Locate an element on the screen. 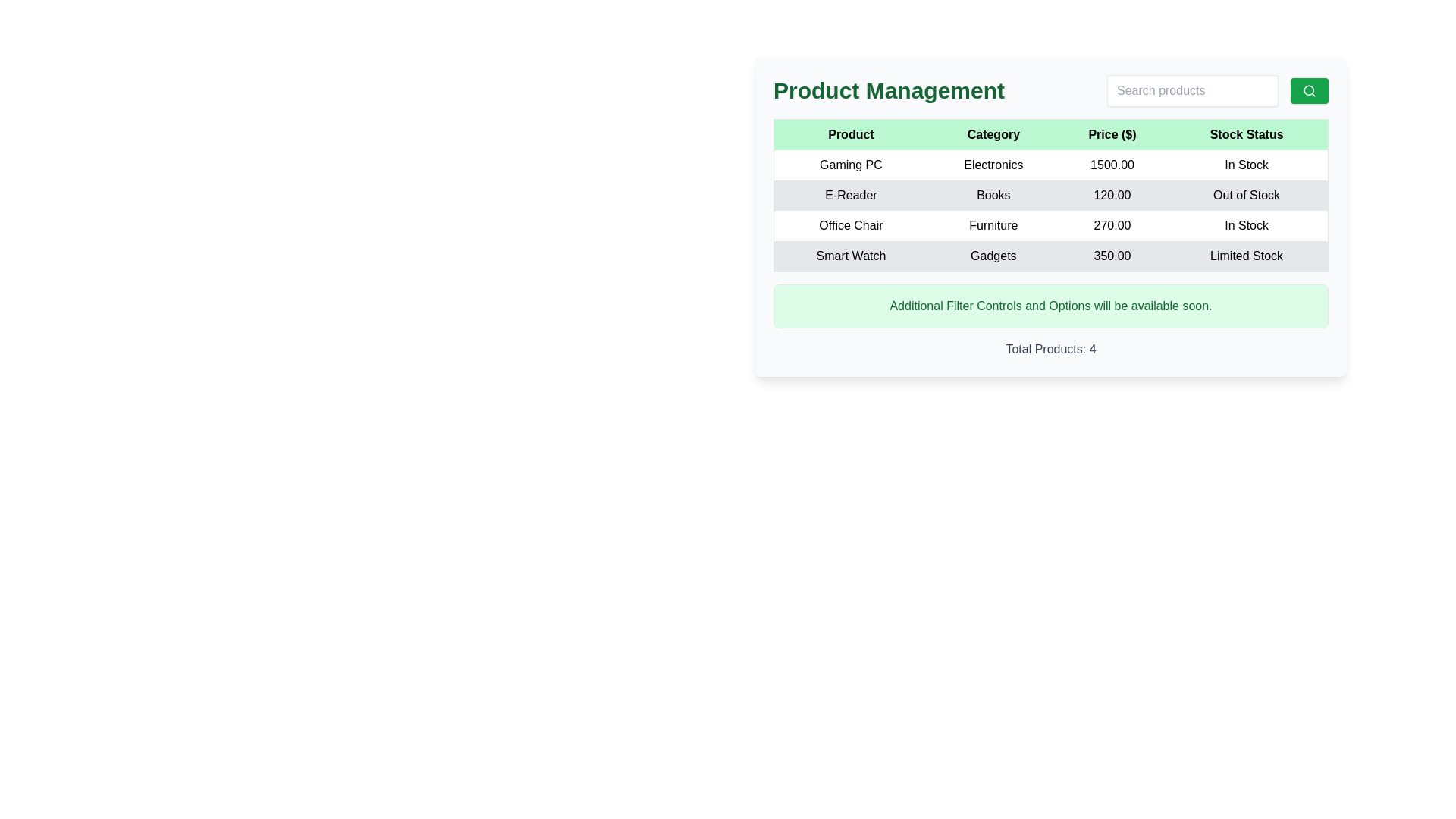 The width and height of the screenshot is (1456, 819). the 'In Stock' static text element located in the last column of the first row of the product table for 'Gaming PC' is located at coordinates (1247, 165).